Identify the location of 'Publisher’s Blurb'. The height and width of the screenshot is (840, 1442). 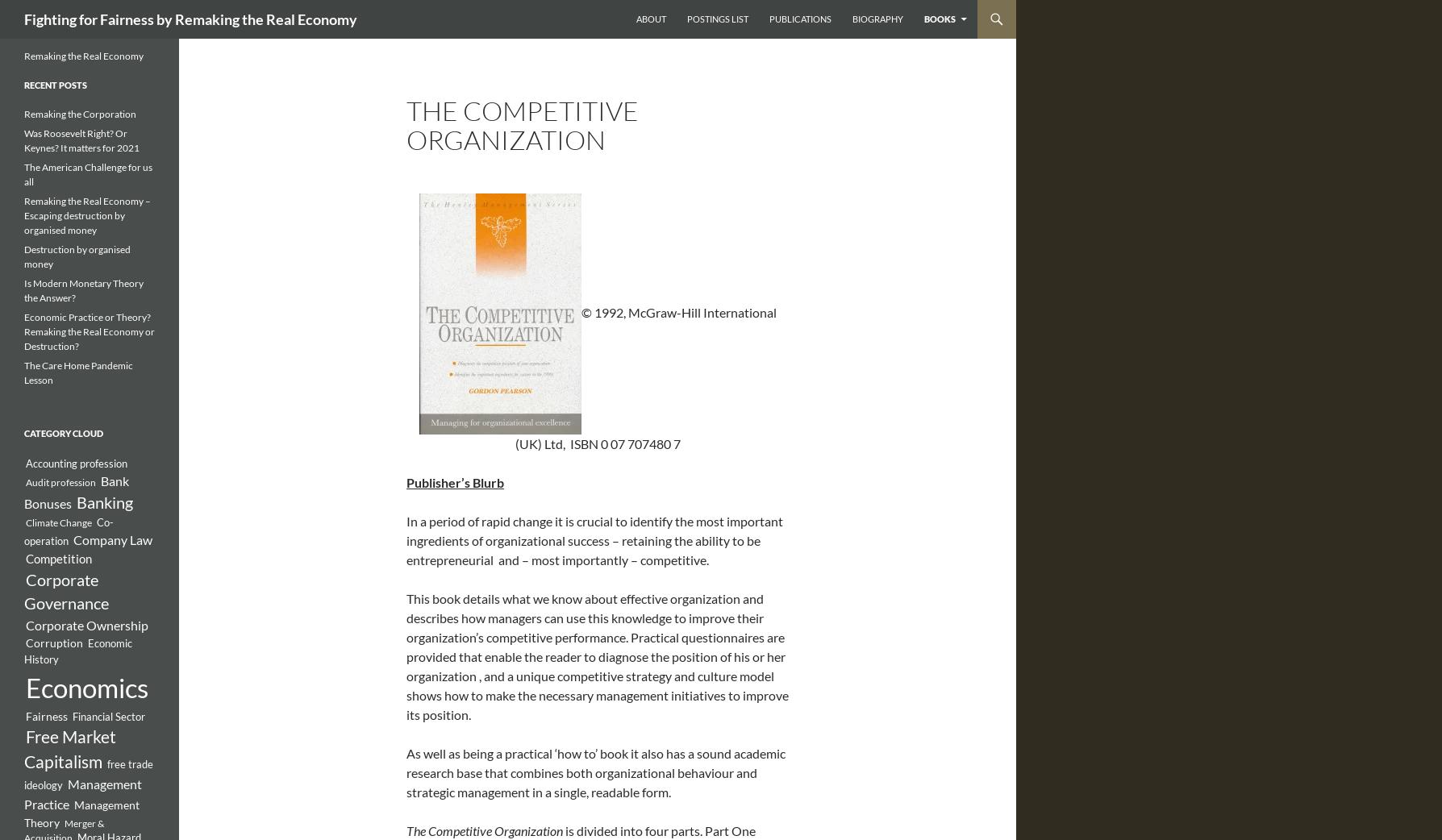
(455, 481).